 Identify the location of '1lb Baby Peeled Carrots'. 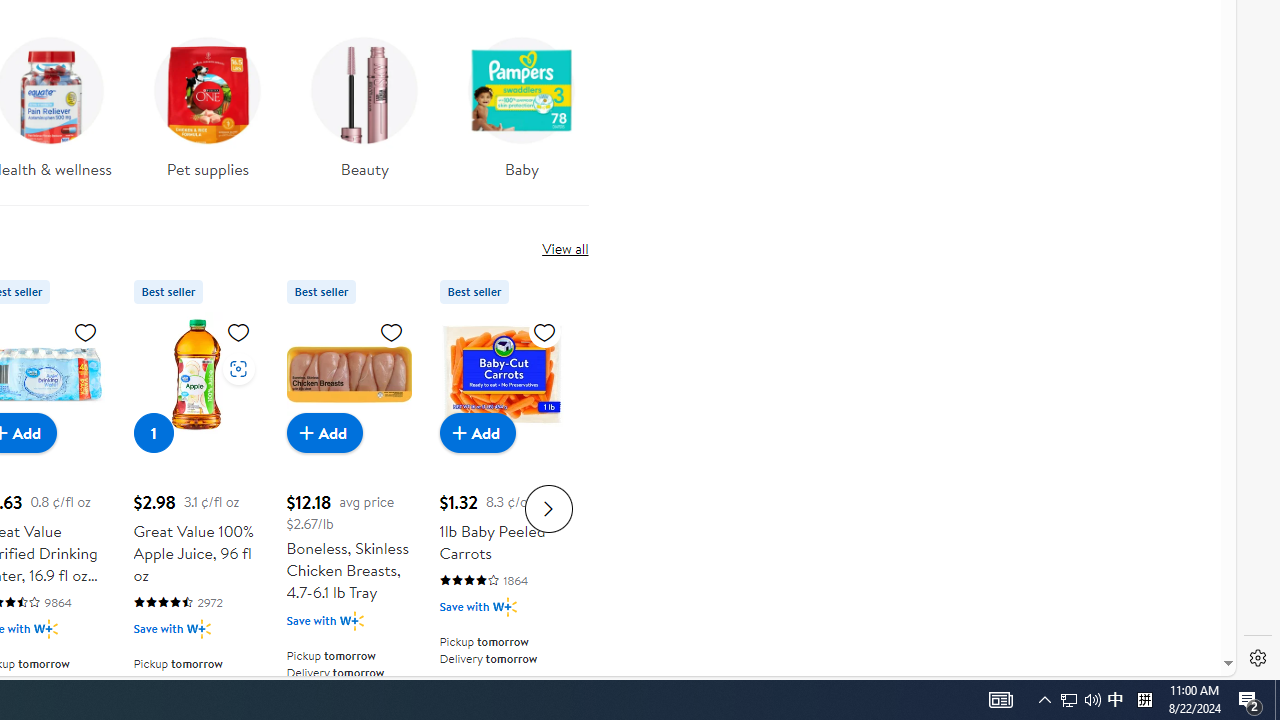
(501, 374).